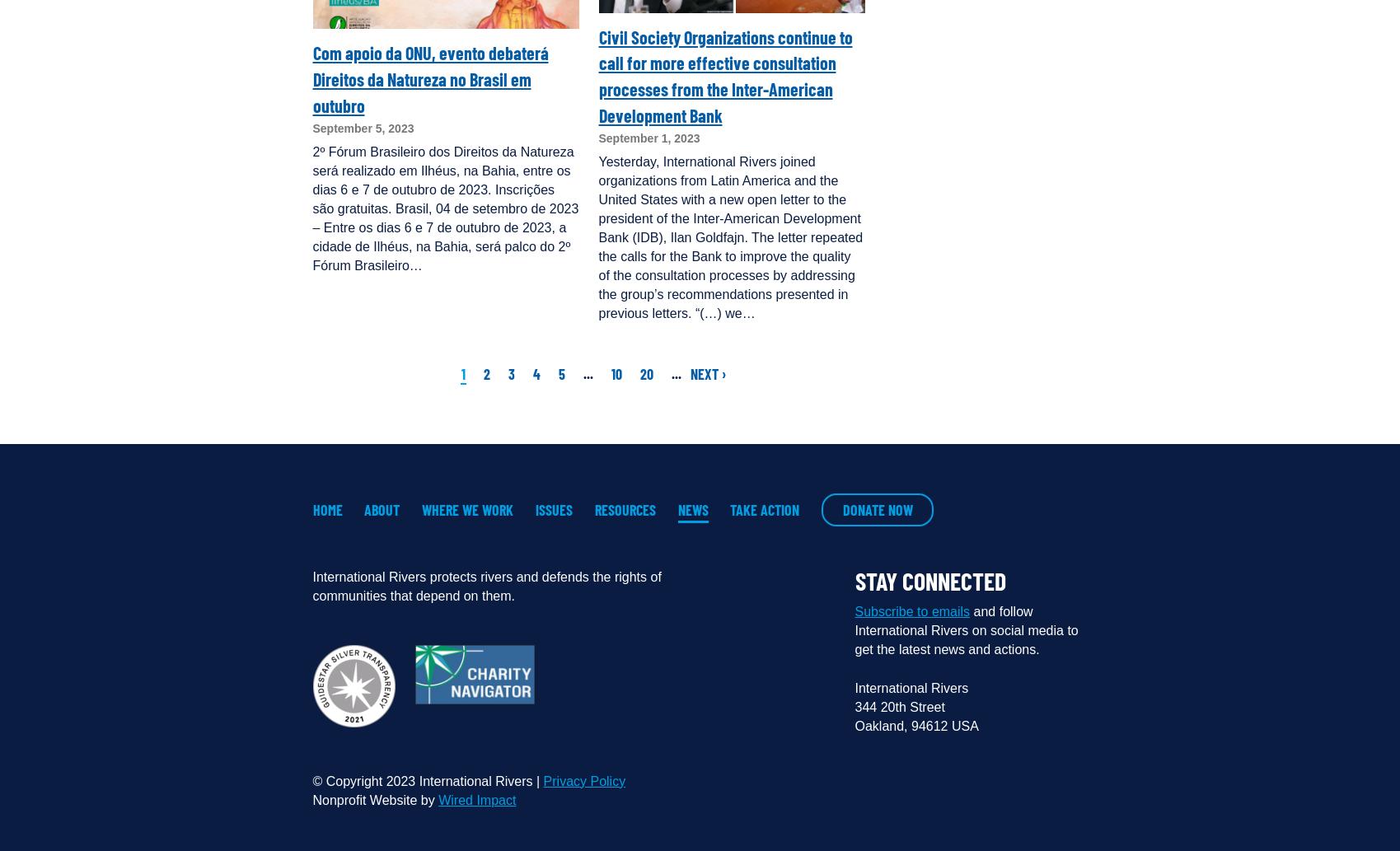 This screenshot has width=1400, height=851. I want to click on 'International Rivers', so click(855, 687).